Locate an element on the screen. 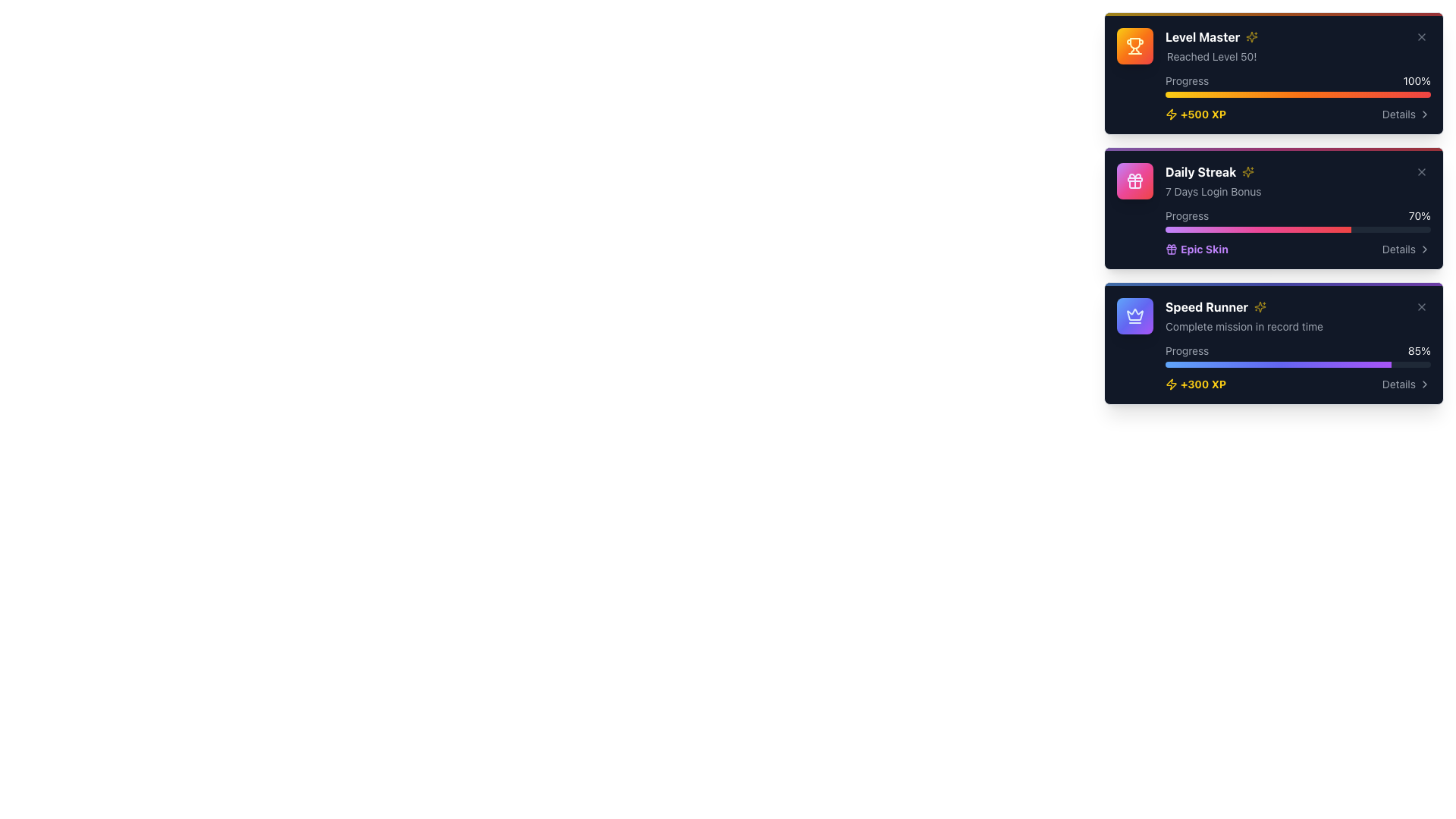 This screenshot has height=819, width=1456. the Progress bar in the notification card titled 'Level Master ✨', located below the 'Progress' label and between the values 'Progress' and '100%' is located at coordinates (1298, 94).